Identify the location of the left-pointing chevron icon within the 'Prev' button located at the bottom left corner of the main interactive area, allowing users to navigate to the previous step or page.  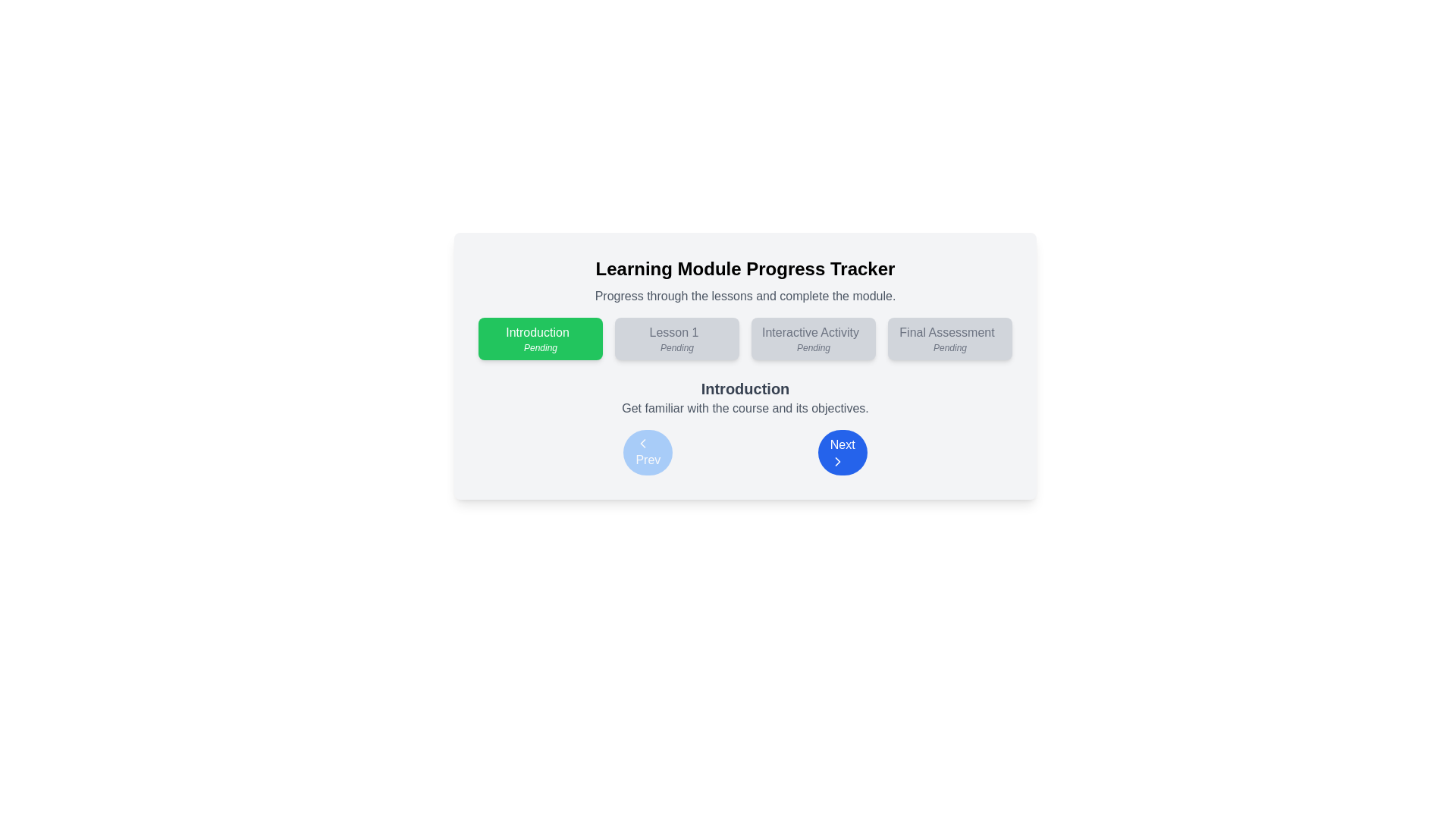
(643, 444).